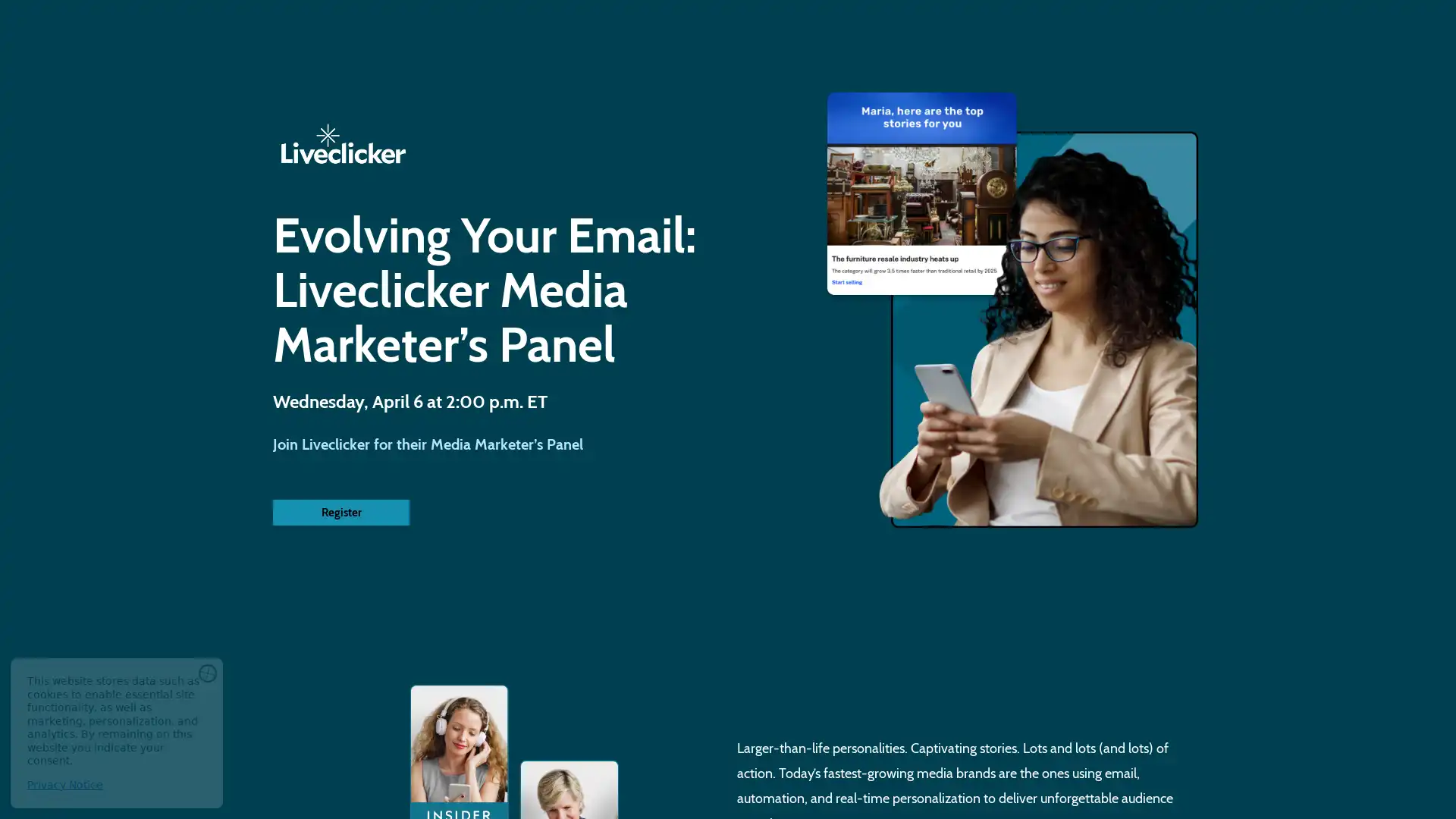 Image resolution: width=1456 pixels, height=819 pixels. Describe the element at coordinates (340, 512) in the screenshot. I see `Register` at that location.